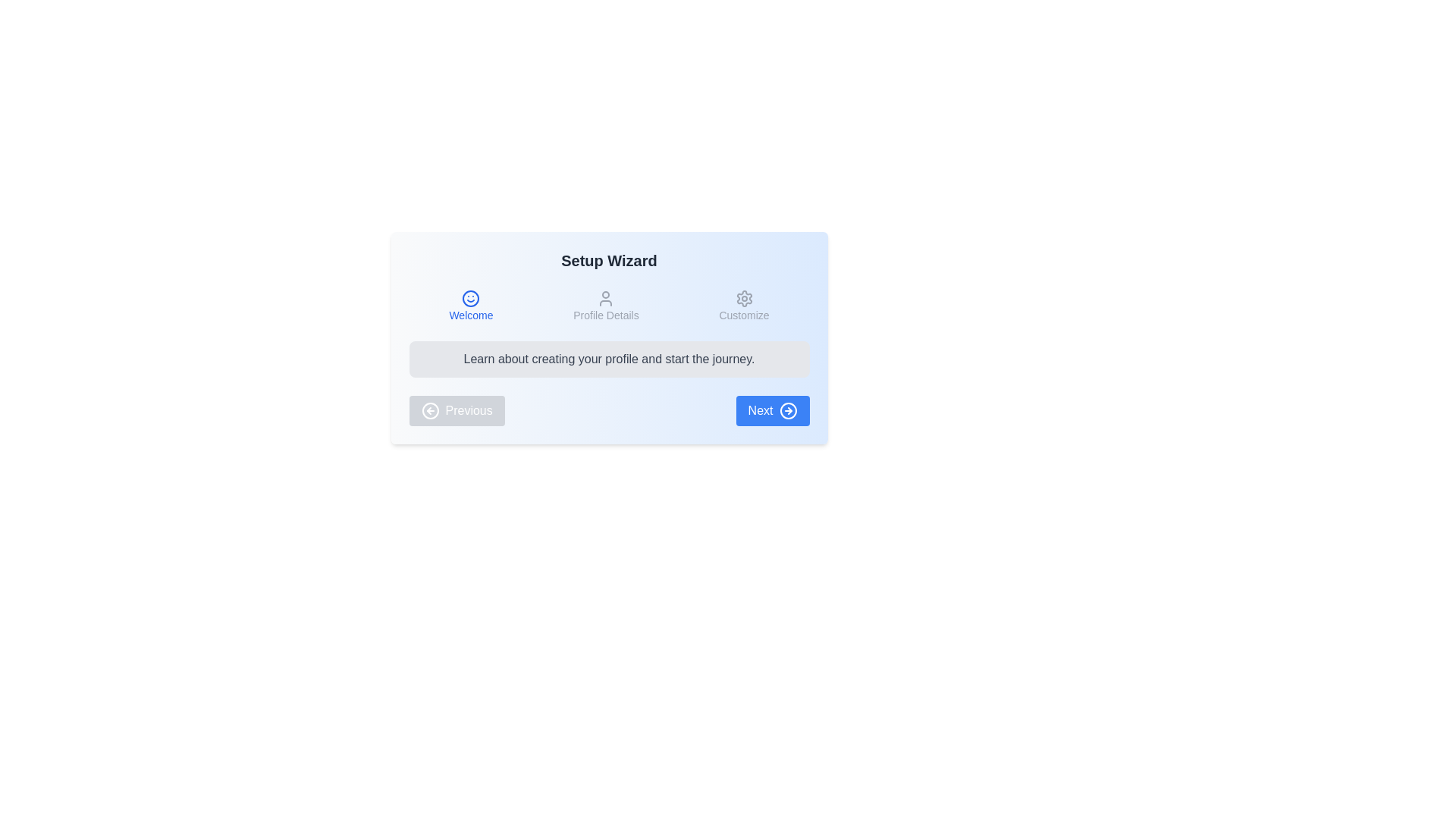 Image resolution: width=1456 pixels, height=819 pixels. Describe the element at coordinates (605, 298) in the screenshot. I see `the icon representing 'Profile Details'` at that location.